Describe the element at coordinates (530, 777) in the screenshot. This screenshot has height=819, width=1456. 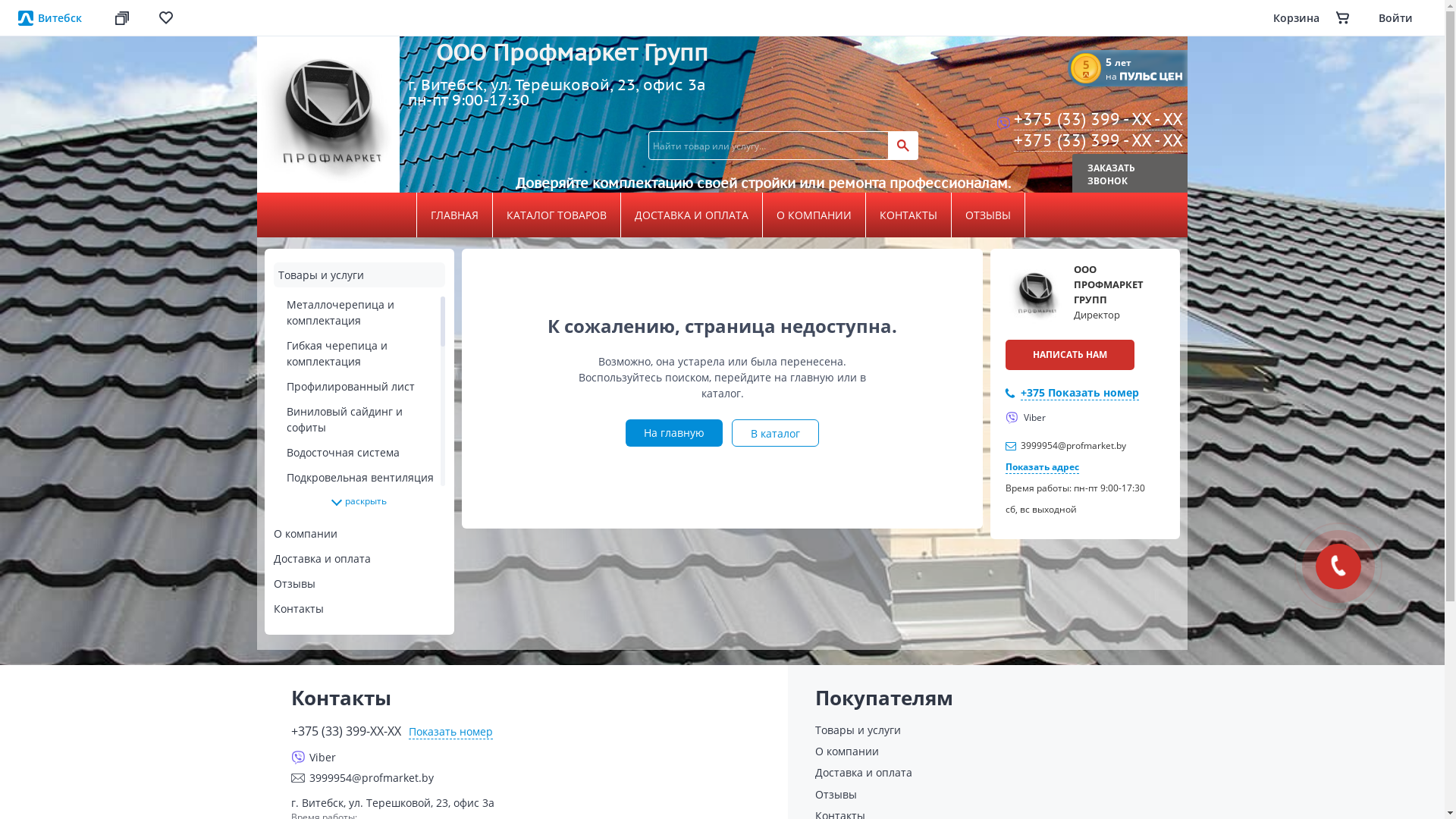
I see `'3999954@profmarket.by'` at that location.